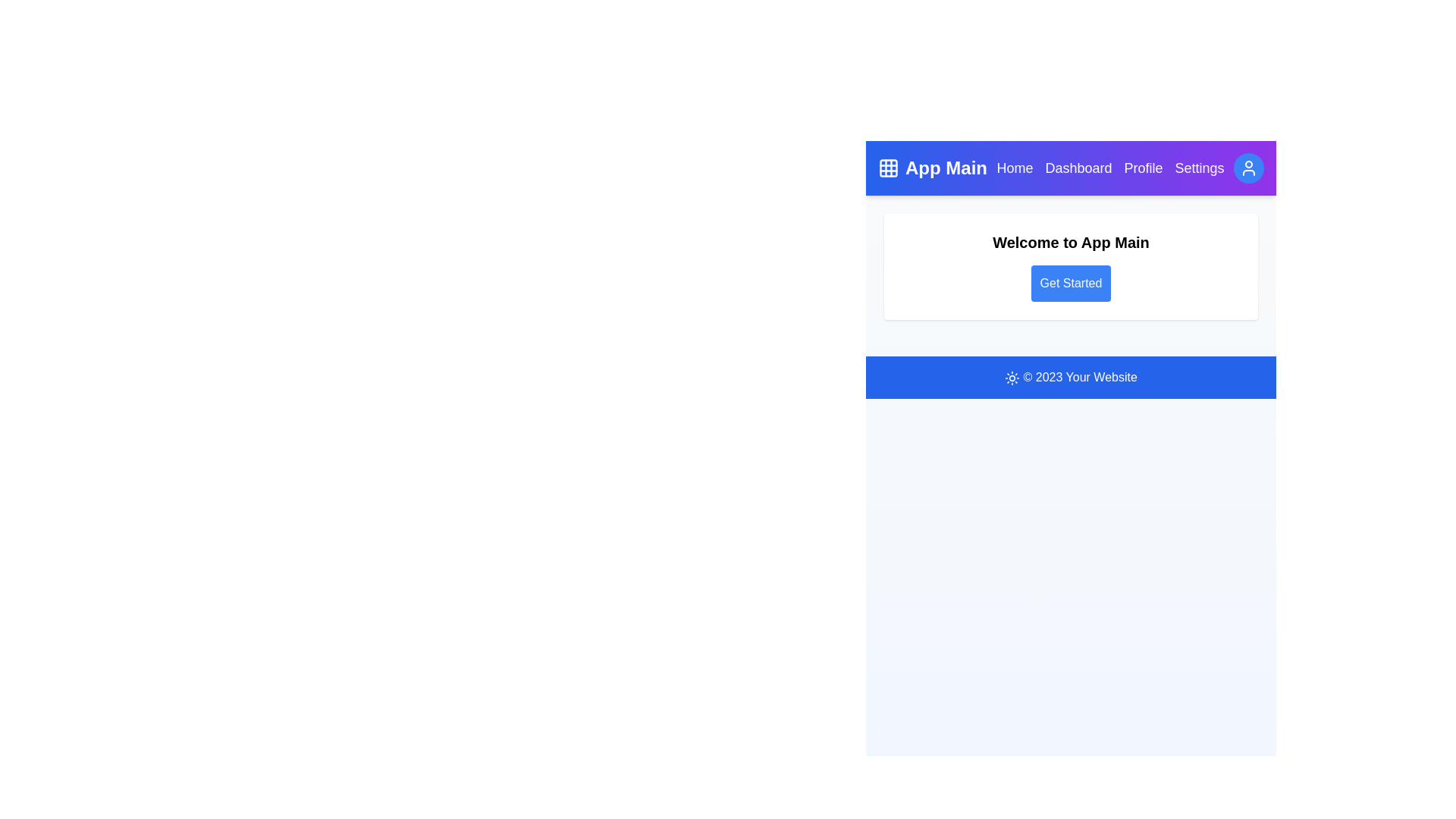 The image size is (1456, 819). I want to click on the user profile button located at the top-right corner of the app bar, so click(1248, 168).